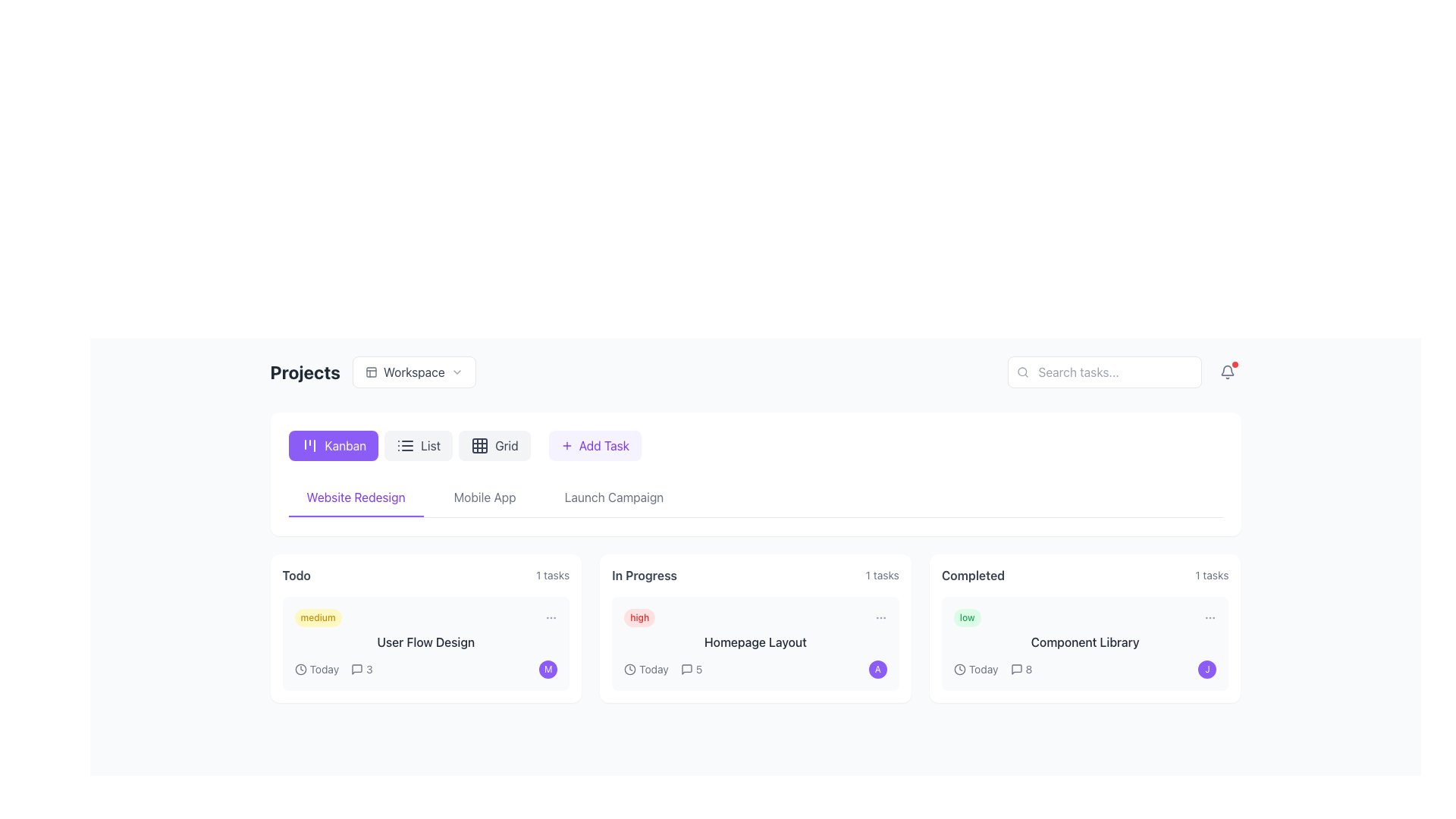  Describe the element at coordinates (425, 642) in the screenshot. I see `text content of the label positioned in the center of a task card within the 'To Do' column, below the yellow 'medium' label` at that location.